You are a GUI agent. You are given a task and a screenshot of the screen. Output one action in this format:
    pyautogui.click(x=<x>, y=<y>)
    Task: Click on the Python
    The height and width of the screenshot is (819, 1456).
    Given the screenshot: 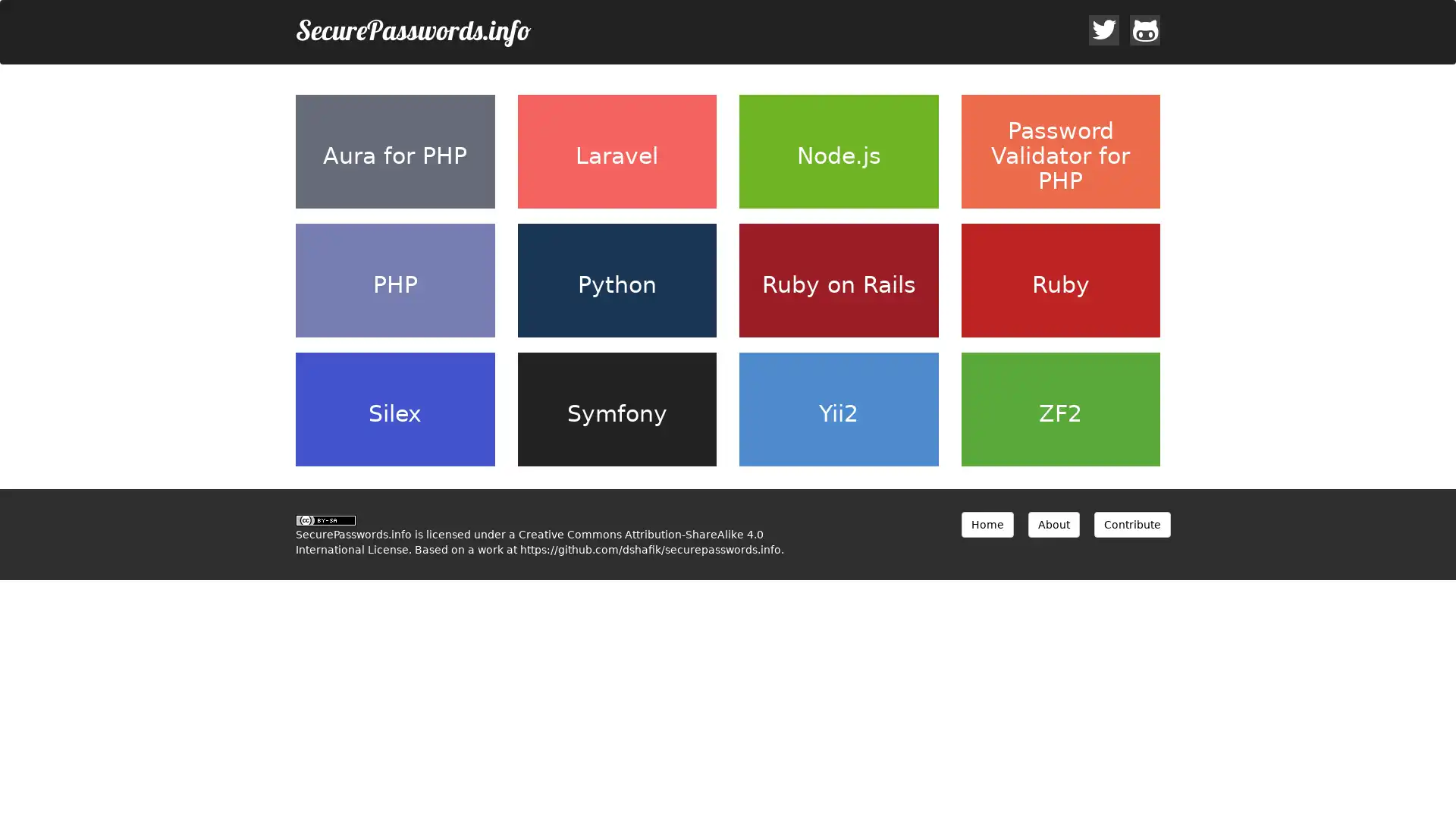 What is the action you would take?
    pyautogui.click(x=617, y=281)
    